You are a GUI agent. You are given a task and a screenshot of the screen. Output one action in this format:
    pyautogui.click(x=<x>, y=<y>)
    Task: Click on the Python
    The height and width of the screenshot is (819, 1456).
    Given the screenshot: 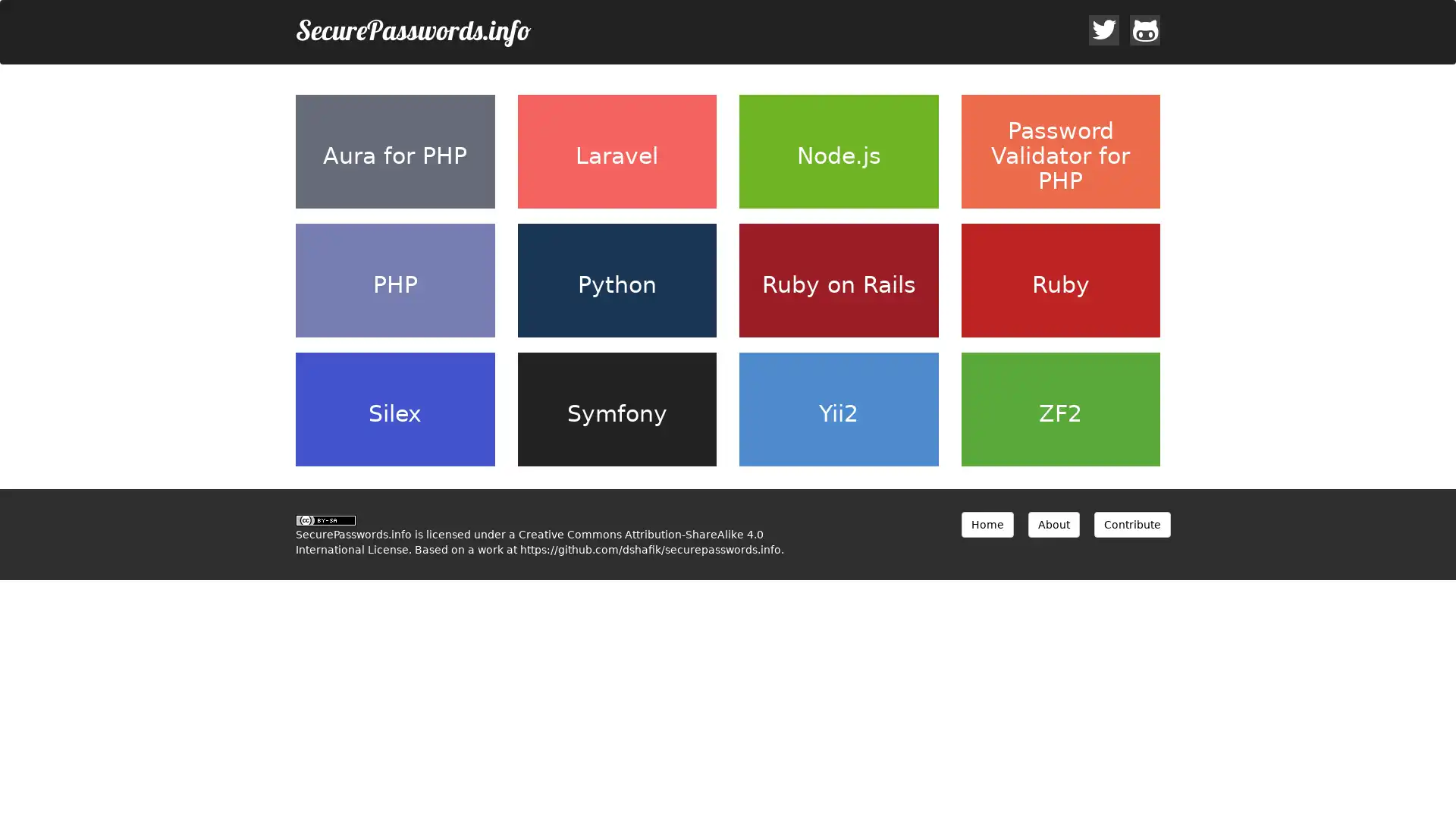 What is the action you would take?
    pyautogui.click(x=617, y=281)
    